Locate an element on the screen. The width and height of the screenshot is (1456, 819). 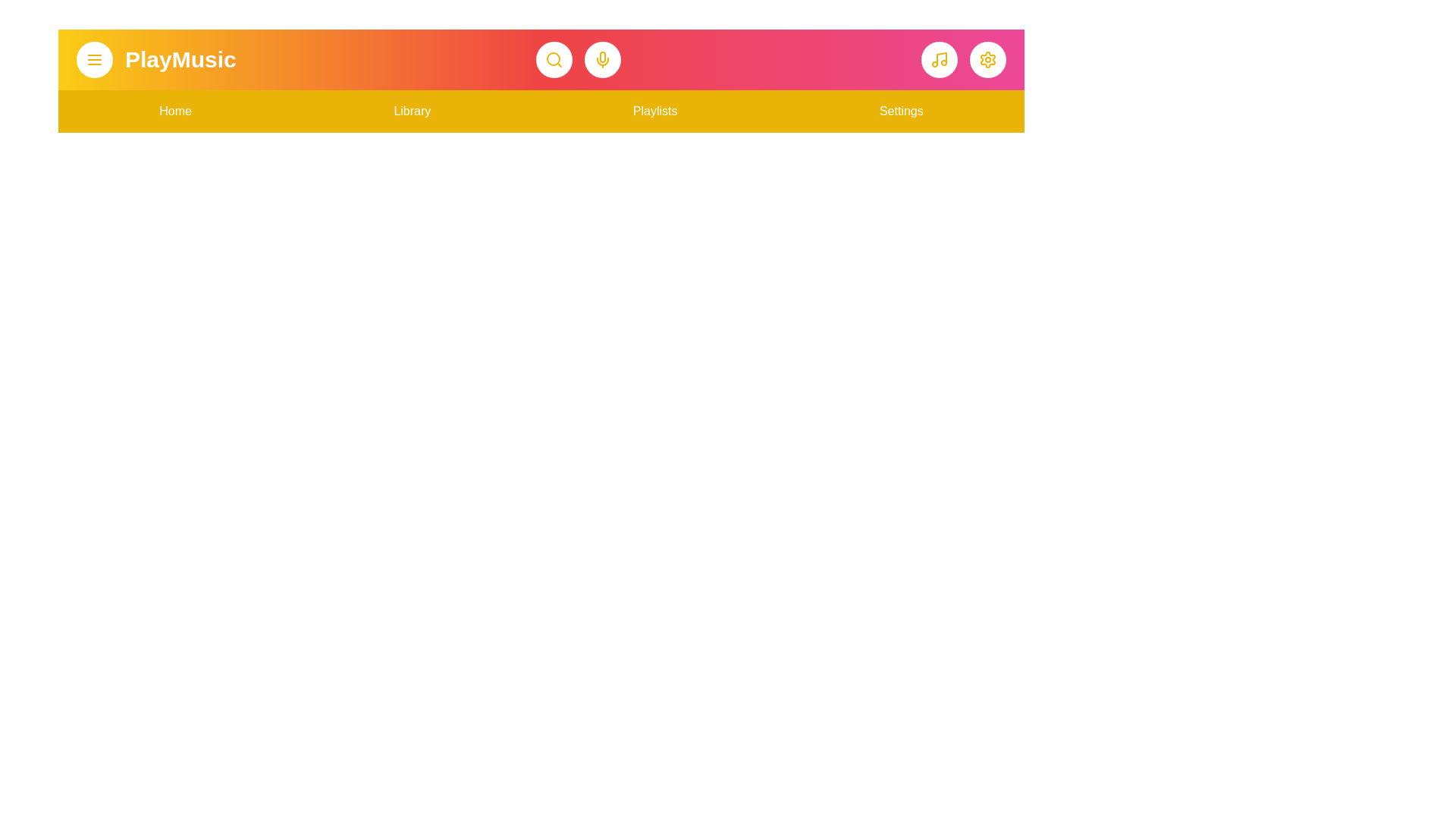
the menu item to navigate to Home is located at coordinates (175, 110).